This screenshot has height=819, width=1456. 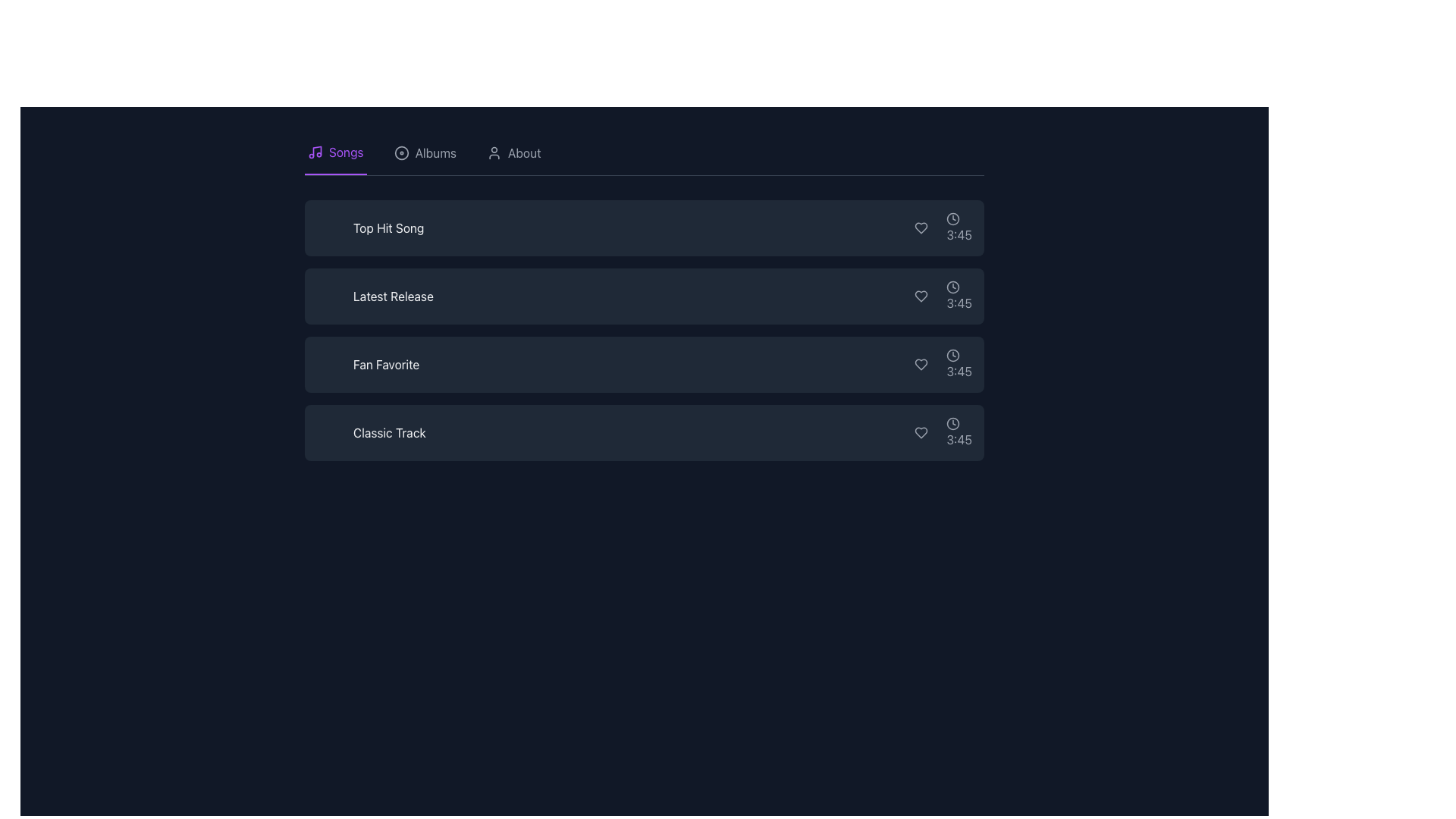 What do you see at coordinates (370, 227) in the screenshot?
I see `text content of the first label in the list of song entries, which serves as the title for the respective song entry` at bounding box center [370, 227].